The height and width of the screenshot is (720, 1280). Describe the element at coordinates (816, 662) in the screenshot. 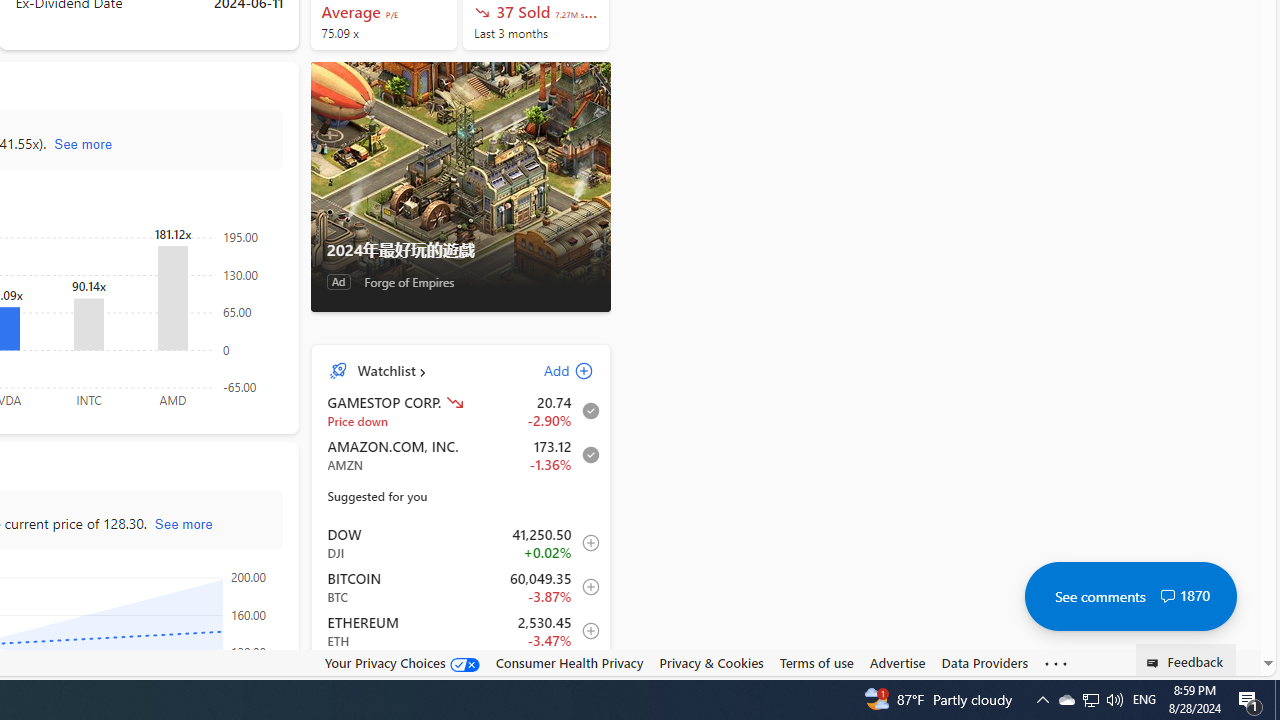

I see `'Terms of use'` at that location.